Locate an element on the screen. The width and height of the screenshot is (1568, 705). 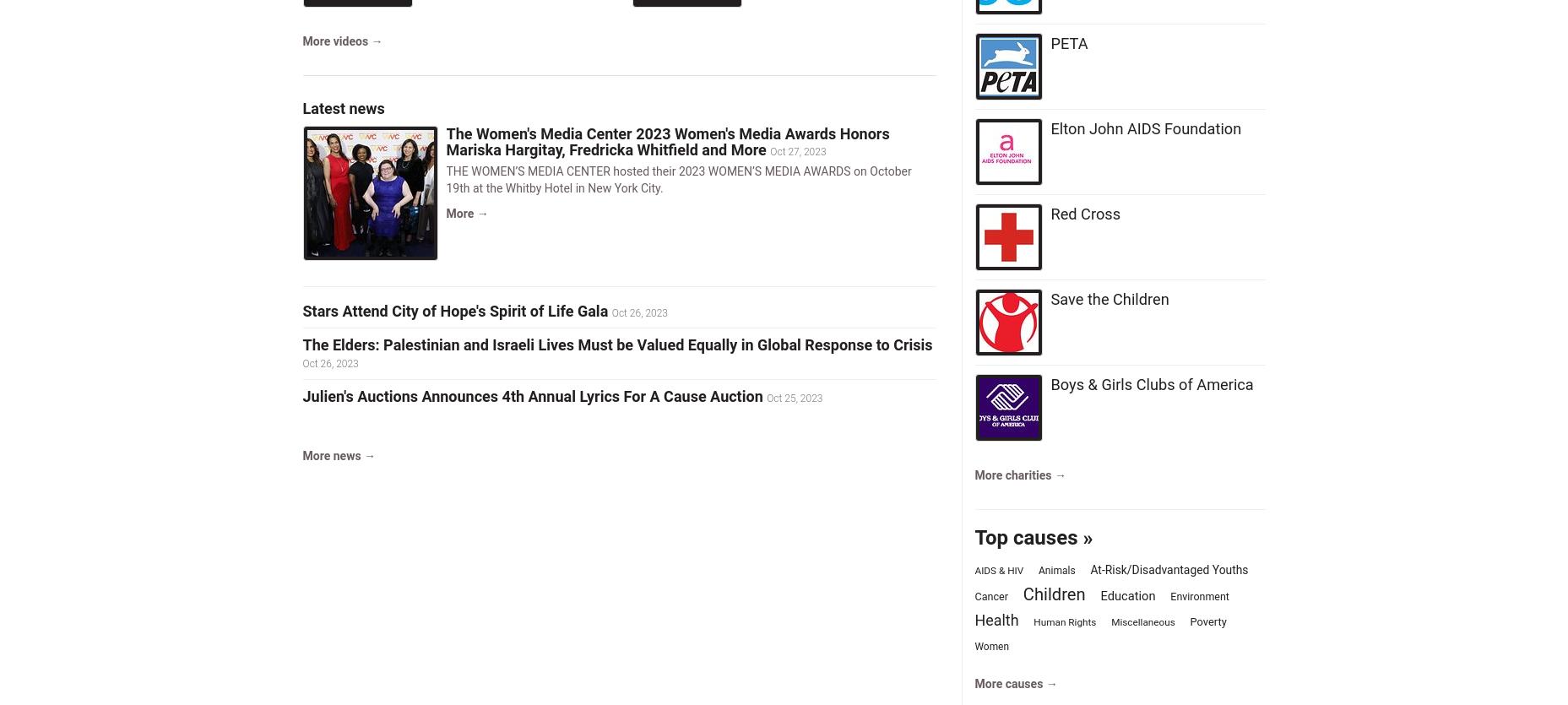
'Julien's Auctions Announces 4th Annual Lyrics For A Cause Auction' is located at coordinates (531, 394).